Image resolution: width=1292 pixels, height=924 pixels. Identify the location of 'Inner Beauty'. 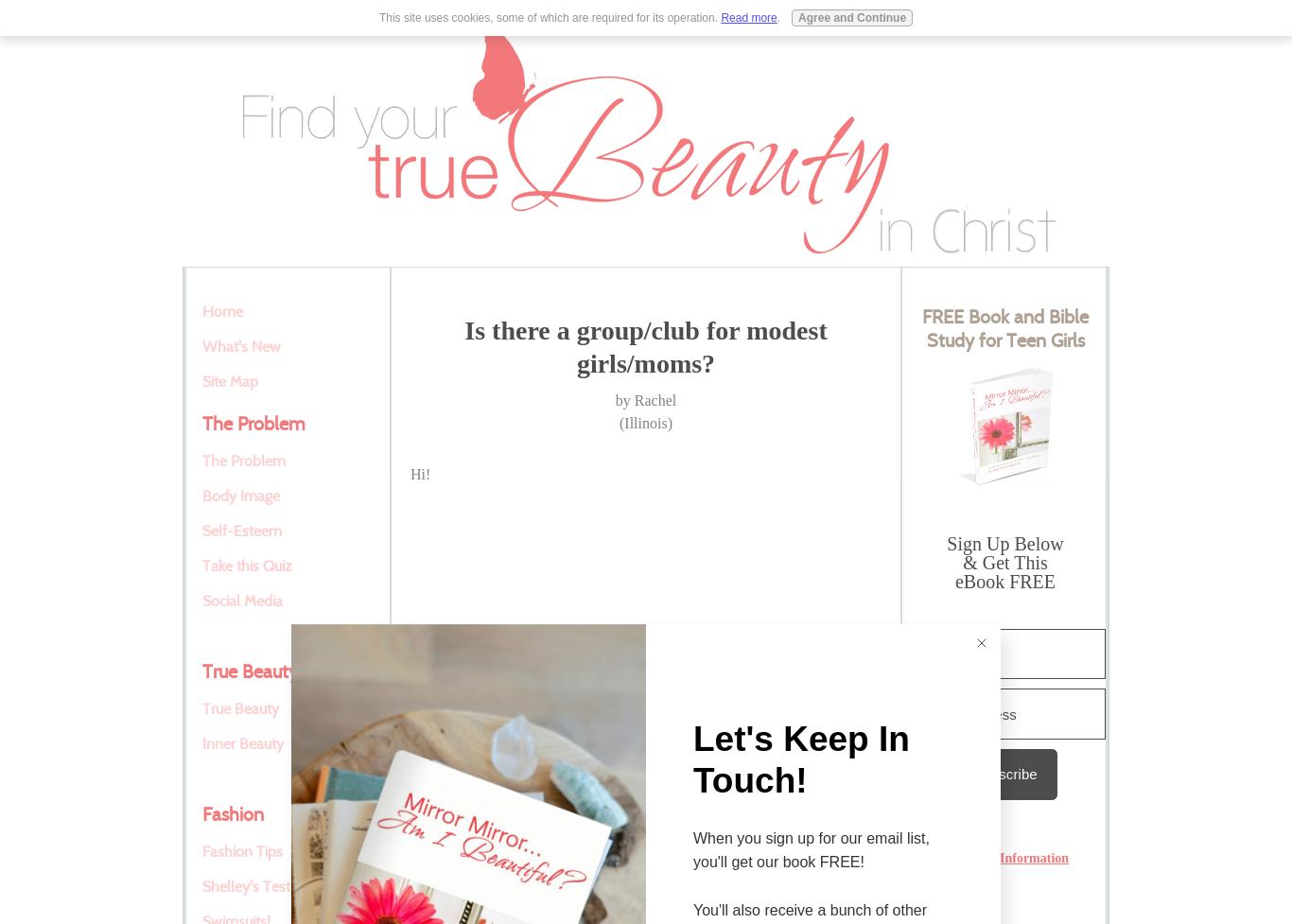
(201, 743).